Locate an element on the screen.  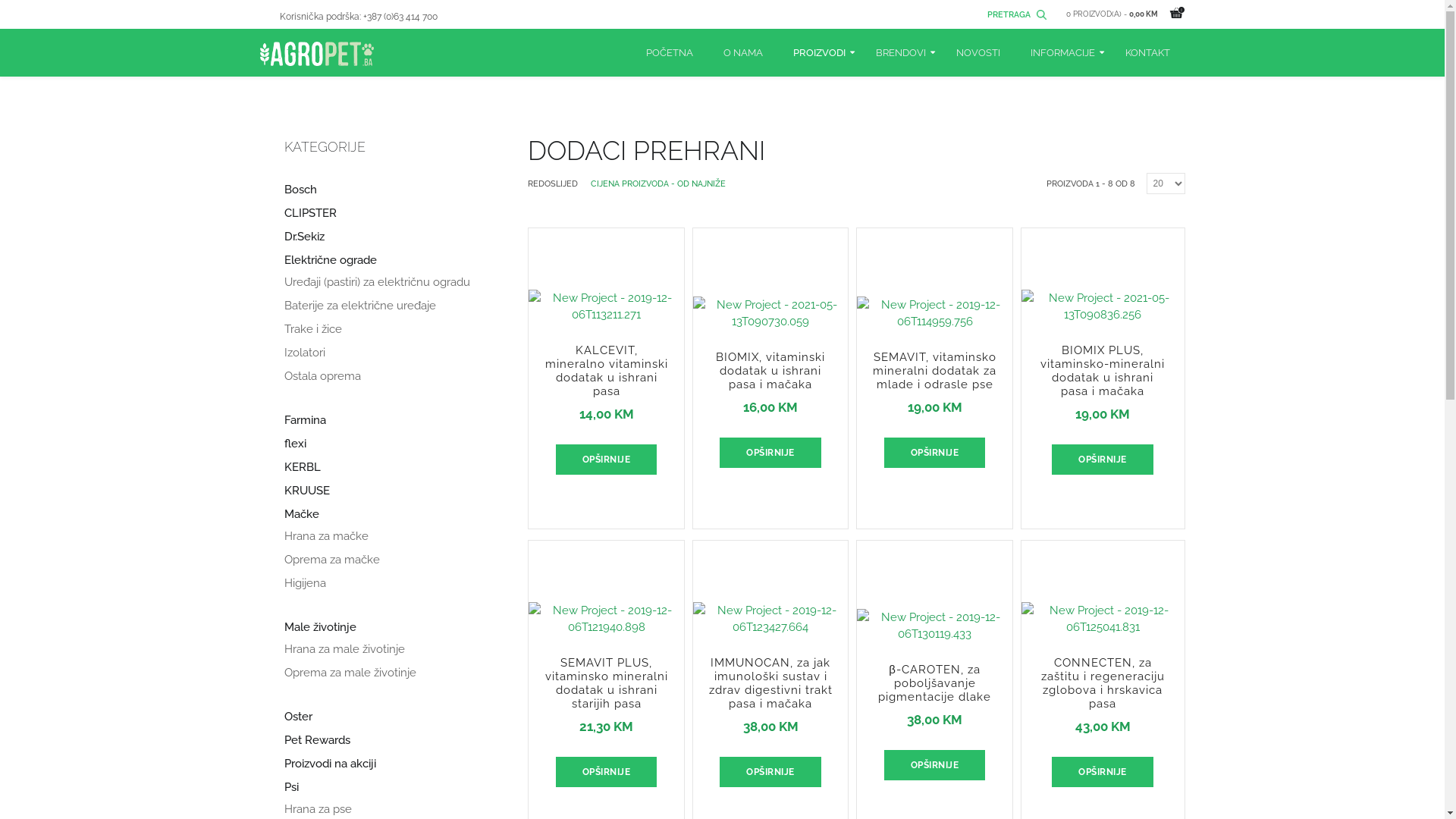
'Psi' is located at coordinates (290, 786).